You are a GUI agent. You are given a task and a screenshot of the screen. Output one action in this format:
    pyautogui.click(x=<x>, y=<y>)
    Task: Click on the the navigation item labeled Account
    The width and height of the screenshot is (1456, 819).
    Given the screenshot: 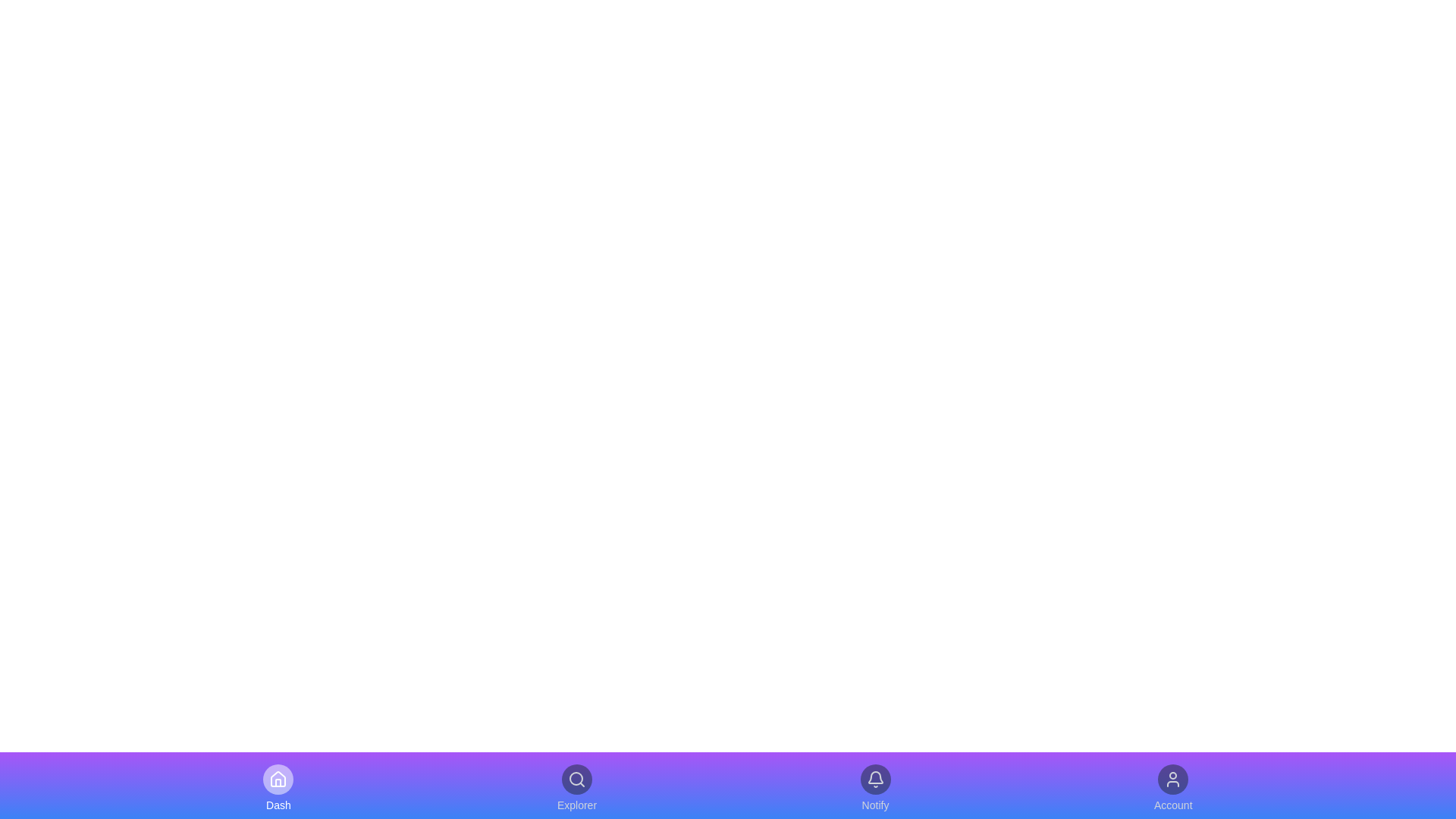 What is the action you would take?
    pyautogui.click(x=1172, y=788)
    